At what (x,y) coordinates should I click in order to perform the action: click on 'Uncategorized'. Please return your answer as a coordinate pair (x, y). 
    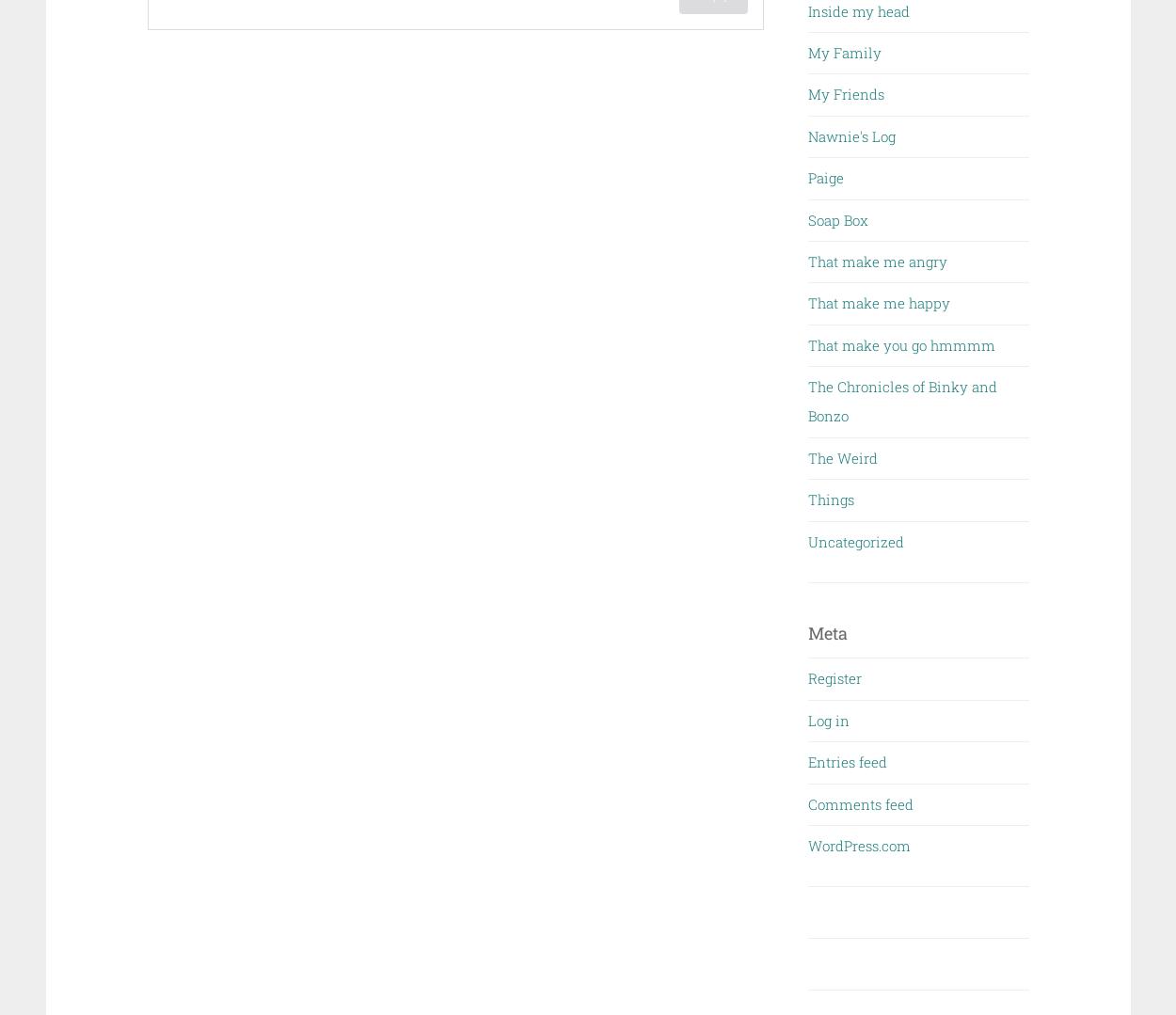
    Looking at the image, I should click on (856, 539).